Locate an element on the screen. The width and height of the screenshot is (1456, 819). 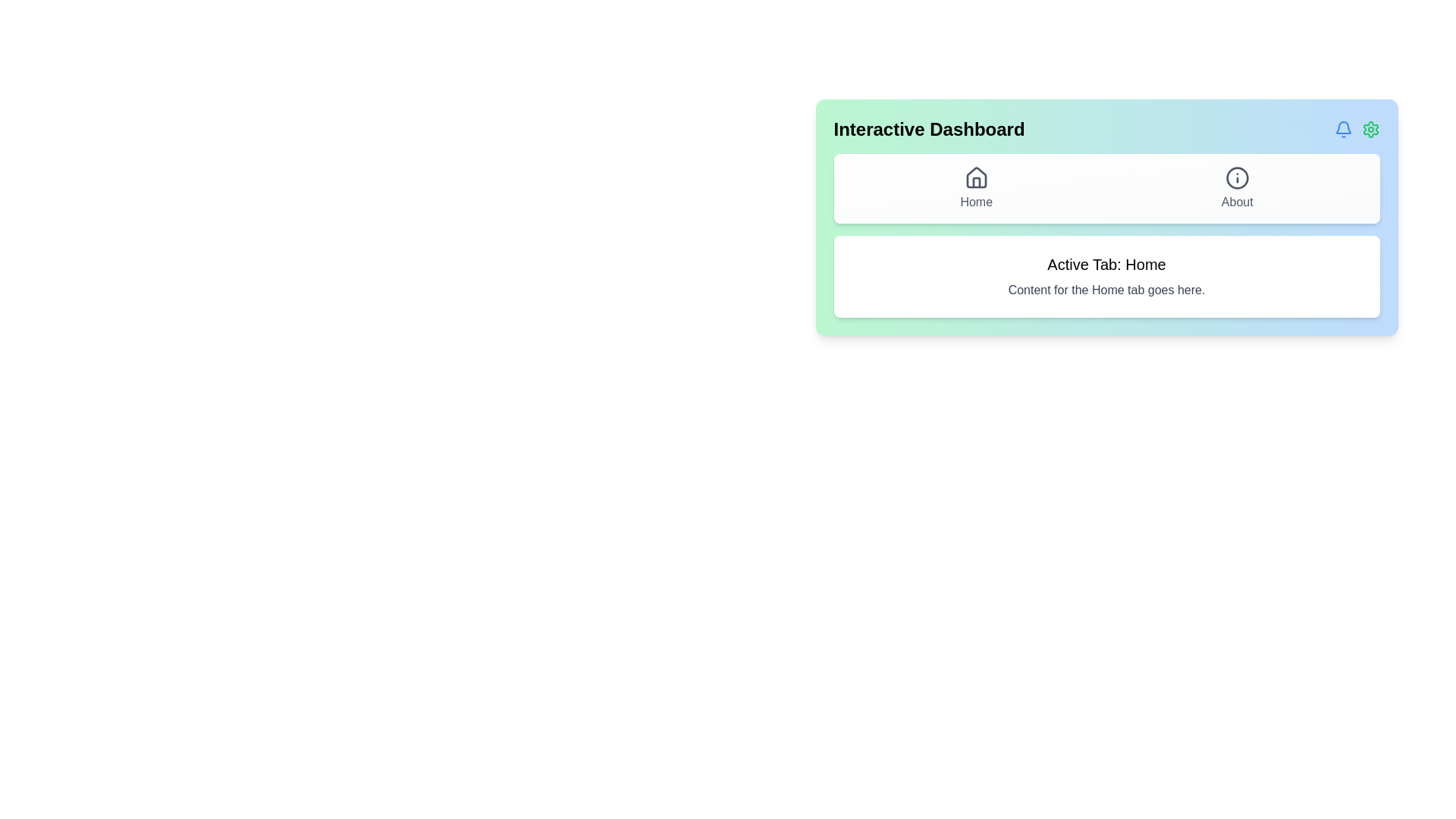
the door graphical element of the house icon, which is centrally located at the top of the interface is located at coordinates (976, 181).